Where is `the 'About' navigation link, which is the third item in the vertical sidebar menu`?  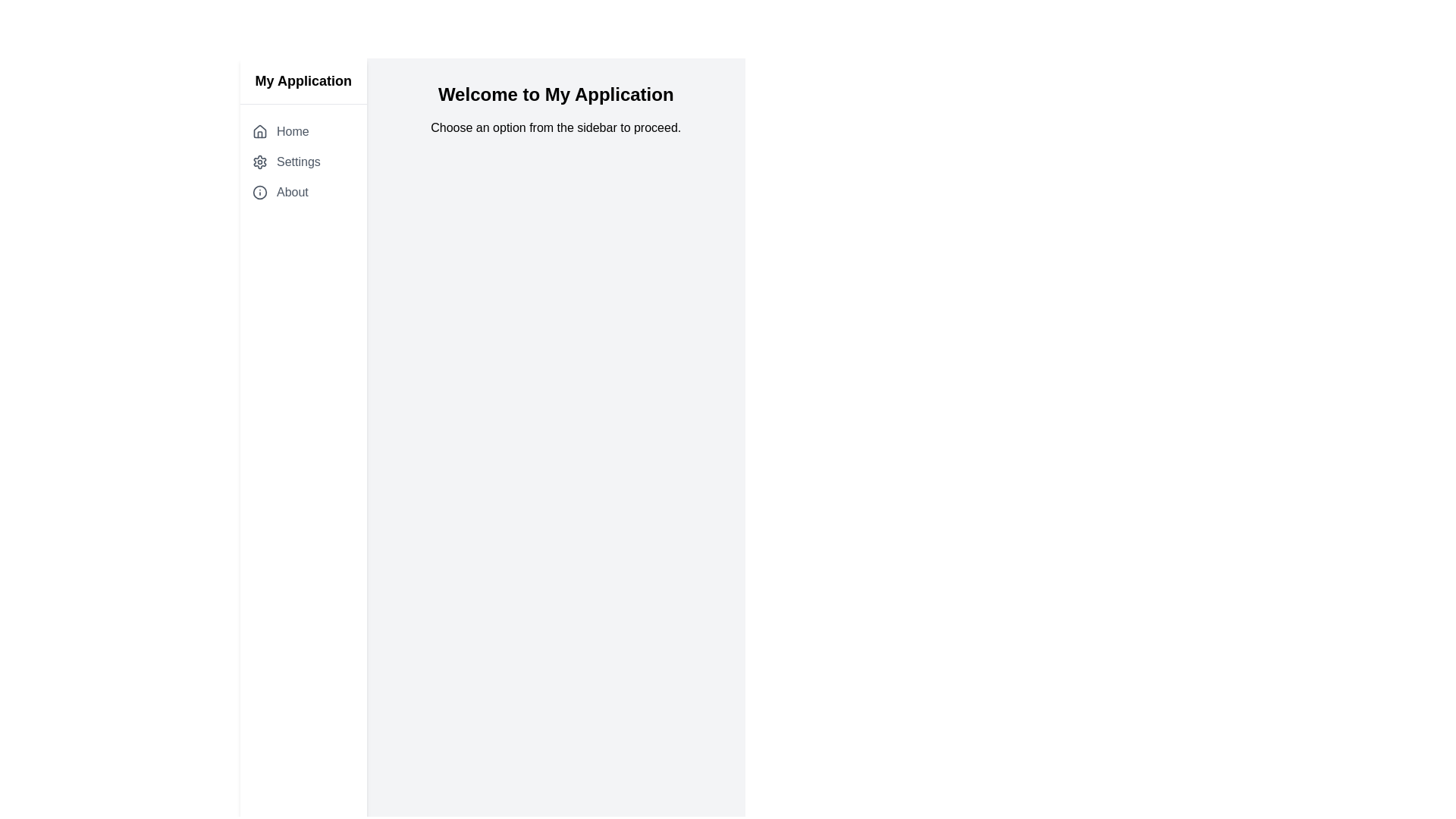 the 'About' navigation link, which is the third item in the vertical sidebar menu is located at coordinates (303, 192).